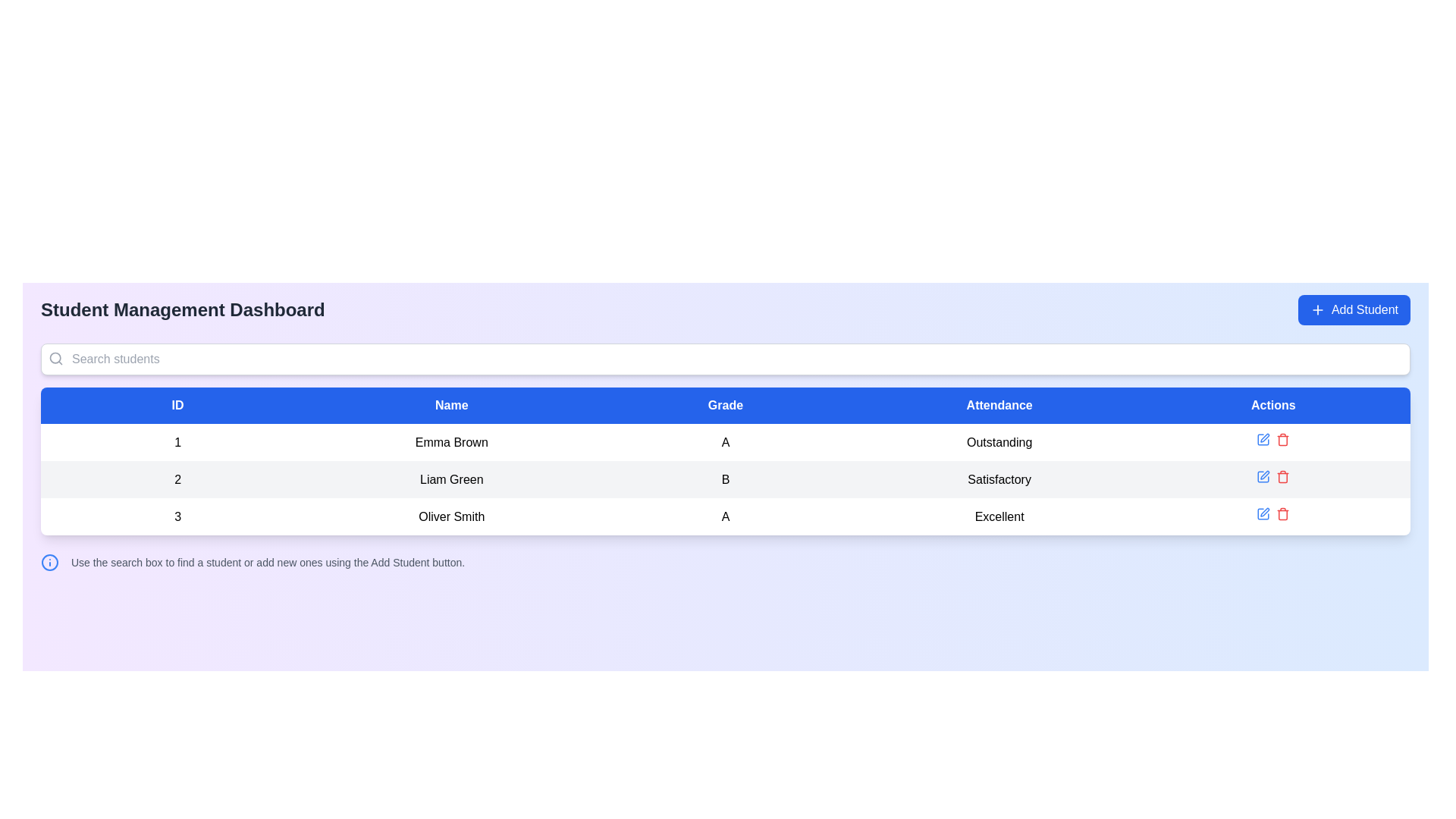 This screenshot has width=1456, height=819. Describe the element at coordinates (1265, 473) in the screenshot. I see `the SVG edit icon located in the second row of the 'Actions' column` at that location.